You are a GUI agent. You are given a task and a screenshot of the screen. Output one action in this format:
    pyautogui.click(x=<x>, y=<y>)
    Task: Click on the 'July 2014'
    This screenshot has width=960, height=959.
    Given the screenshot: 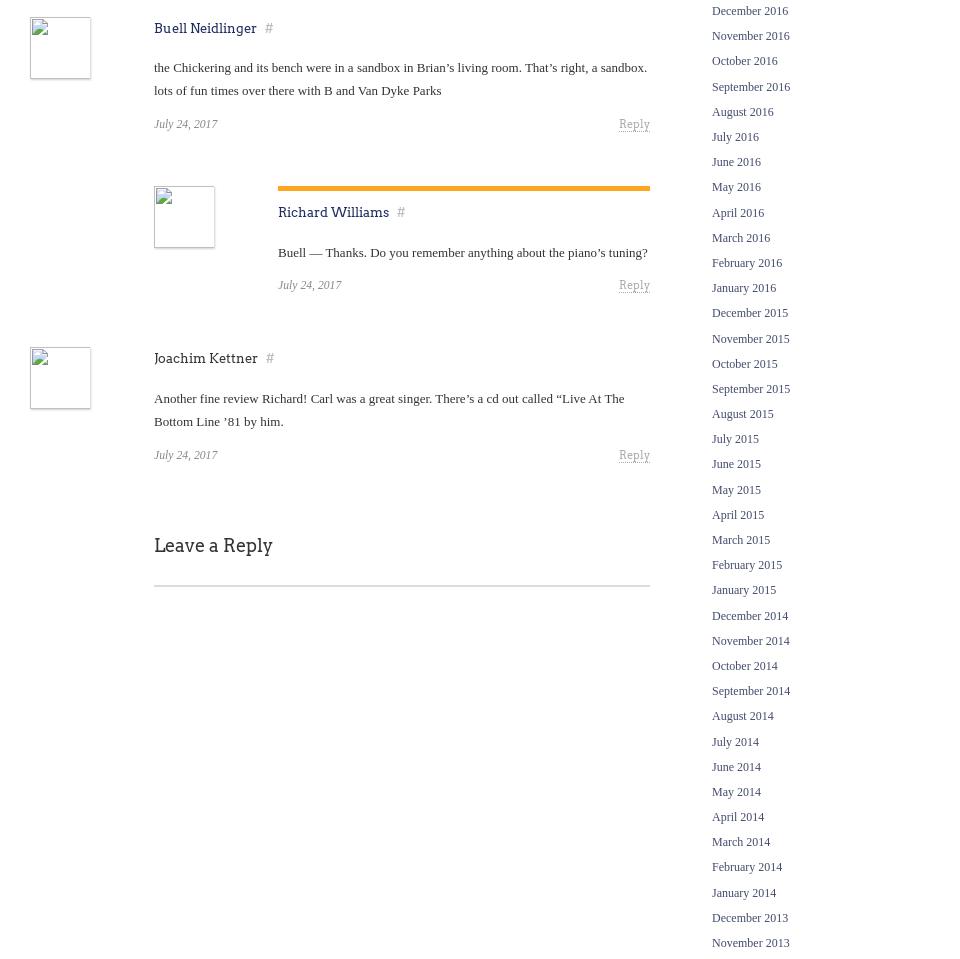 What is the action you would take?
    pyautogui.click(x=712, y=740)
    